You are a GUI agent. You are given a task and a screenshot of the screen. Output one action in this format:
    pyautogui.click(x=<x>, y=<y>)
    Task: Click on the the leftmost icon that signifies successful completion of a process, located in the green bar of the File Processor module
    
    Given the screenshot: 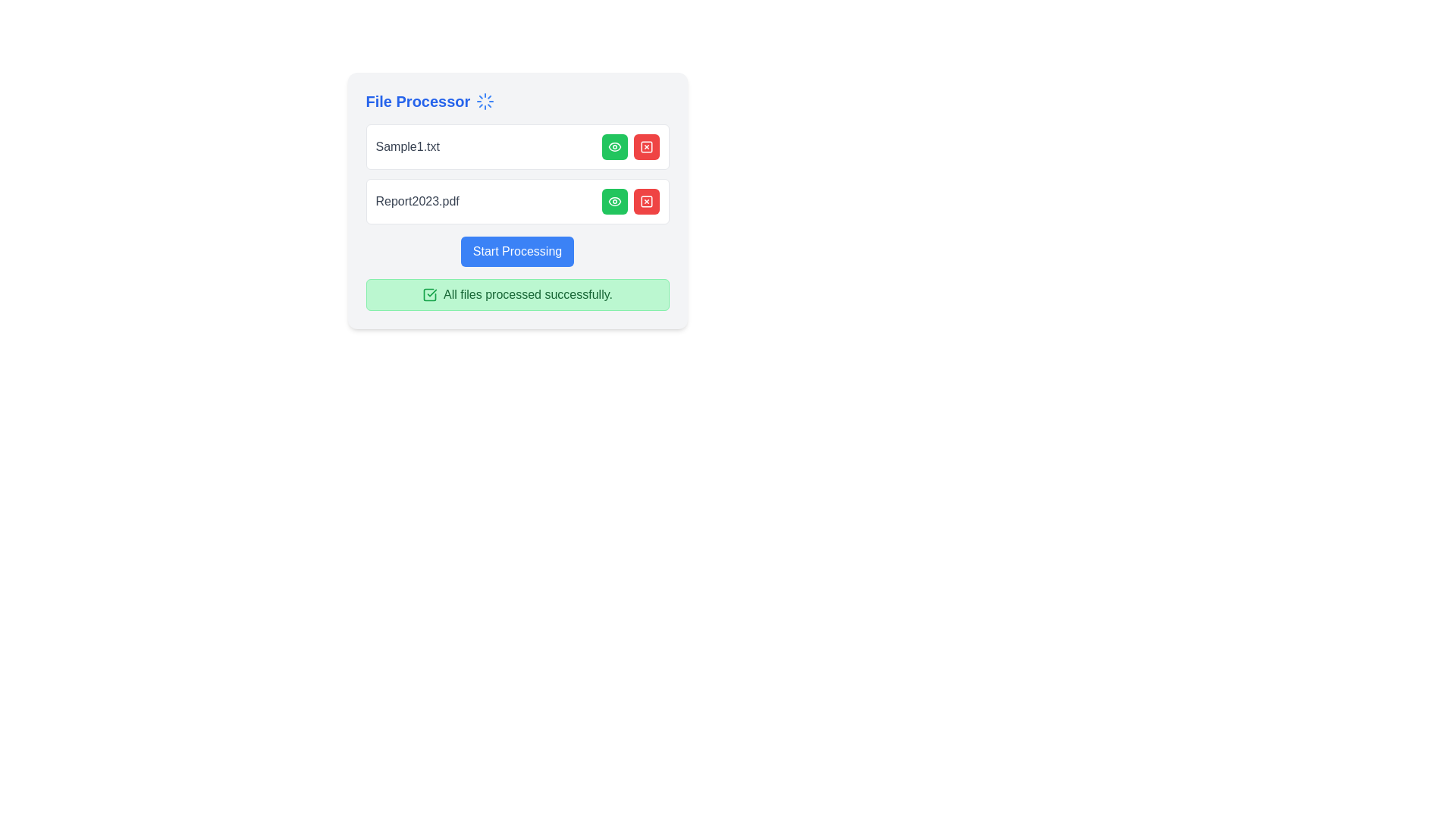 What is the action you would take?
    pyautogui.click(x=428, y=295)
    